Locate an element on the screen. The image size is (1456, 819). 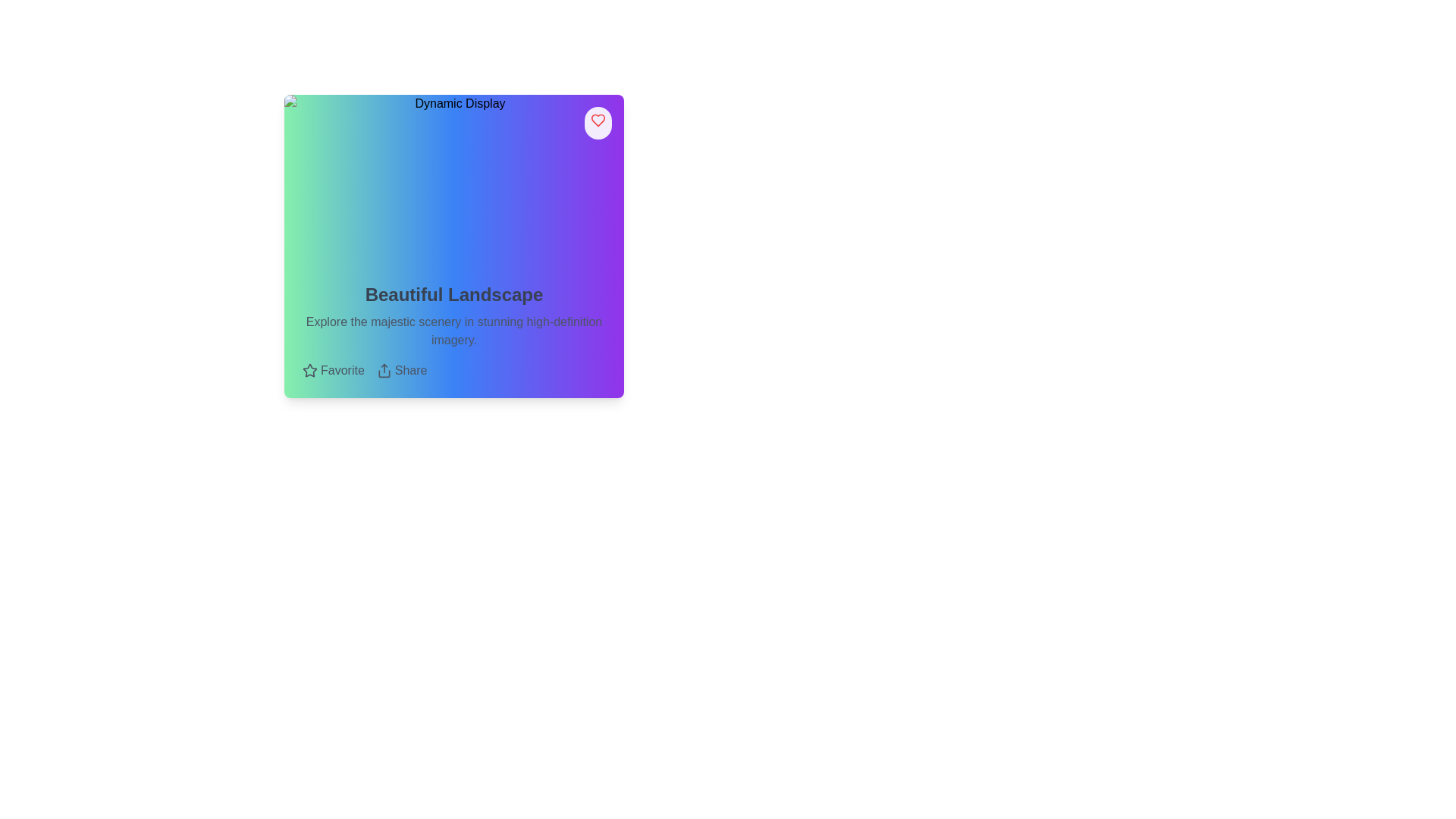
the image placeholder at the top section of the card layout to enlarge or view details of the image is located at coordinates (453, 178).